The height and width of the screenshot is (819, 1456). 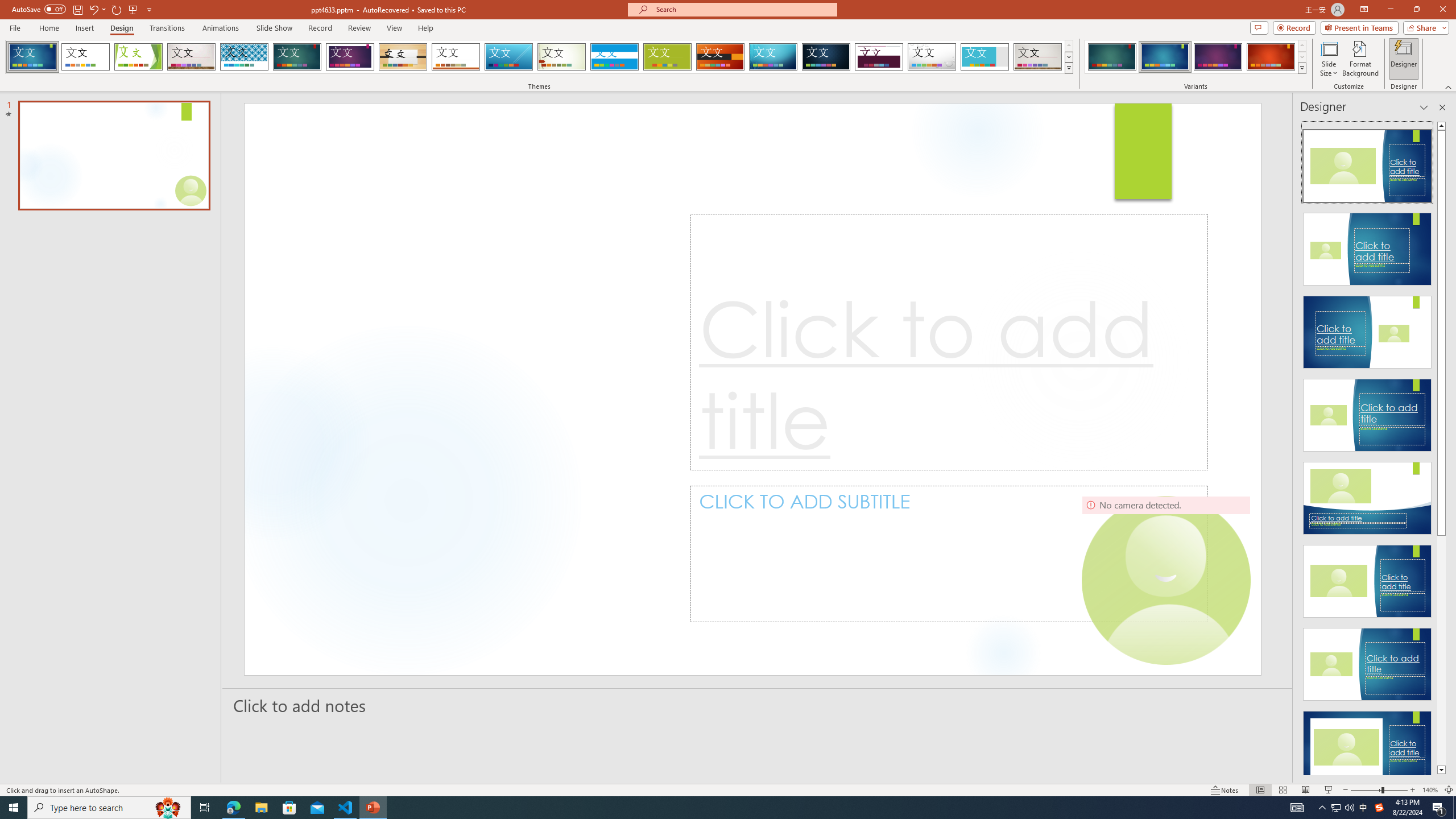 I want to click on 'Damask Loading Preview...', so click(x=825, y=56).